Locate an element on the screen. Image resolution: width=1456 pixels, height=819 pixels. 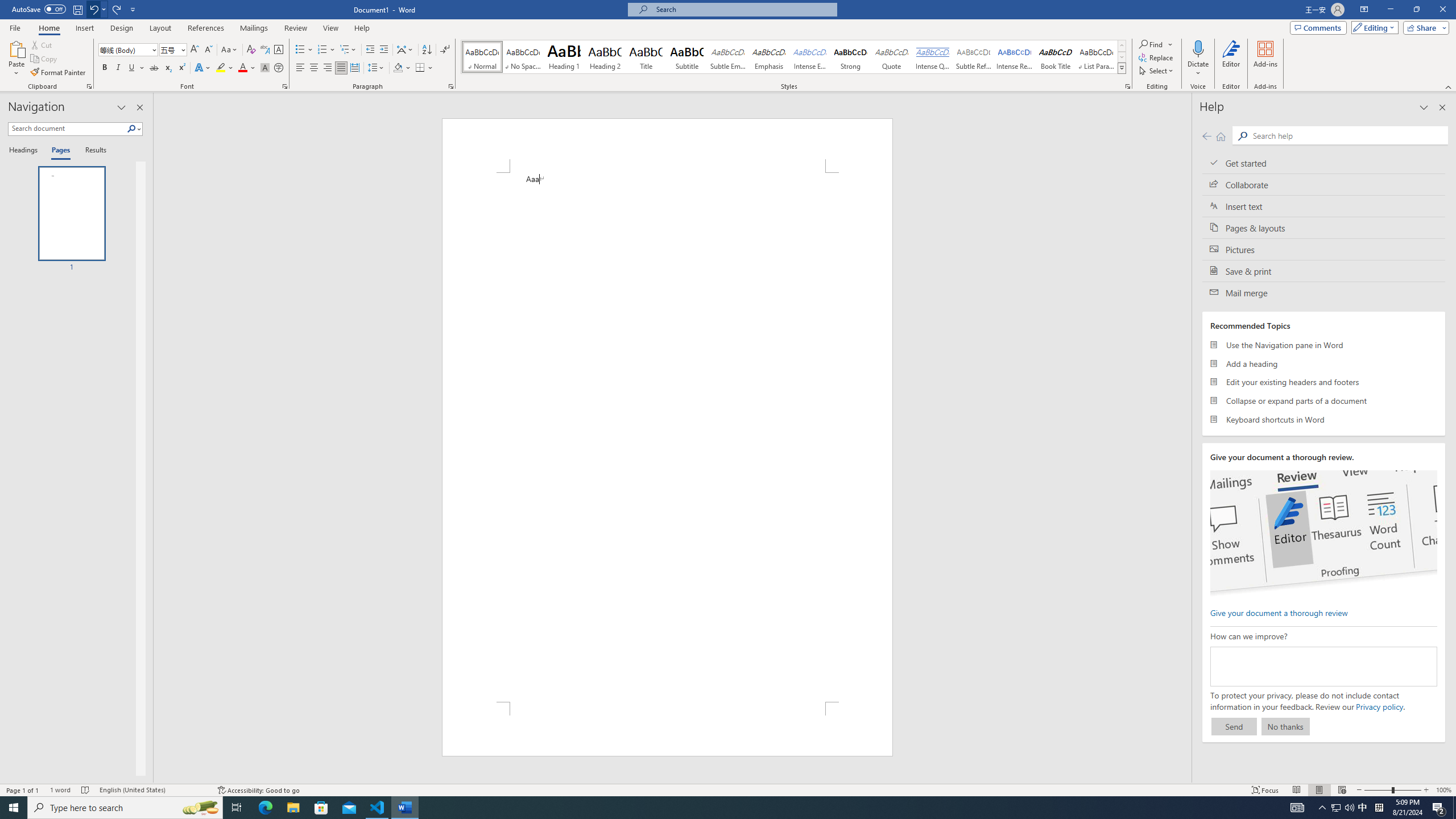
'Enclose Characters...' is located at coordinates (278, 67).